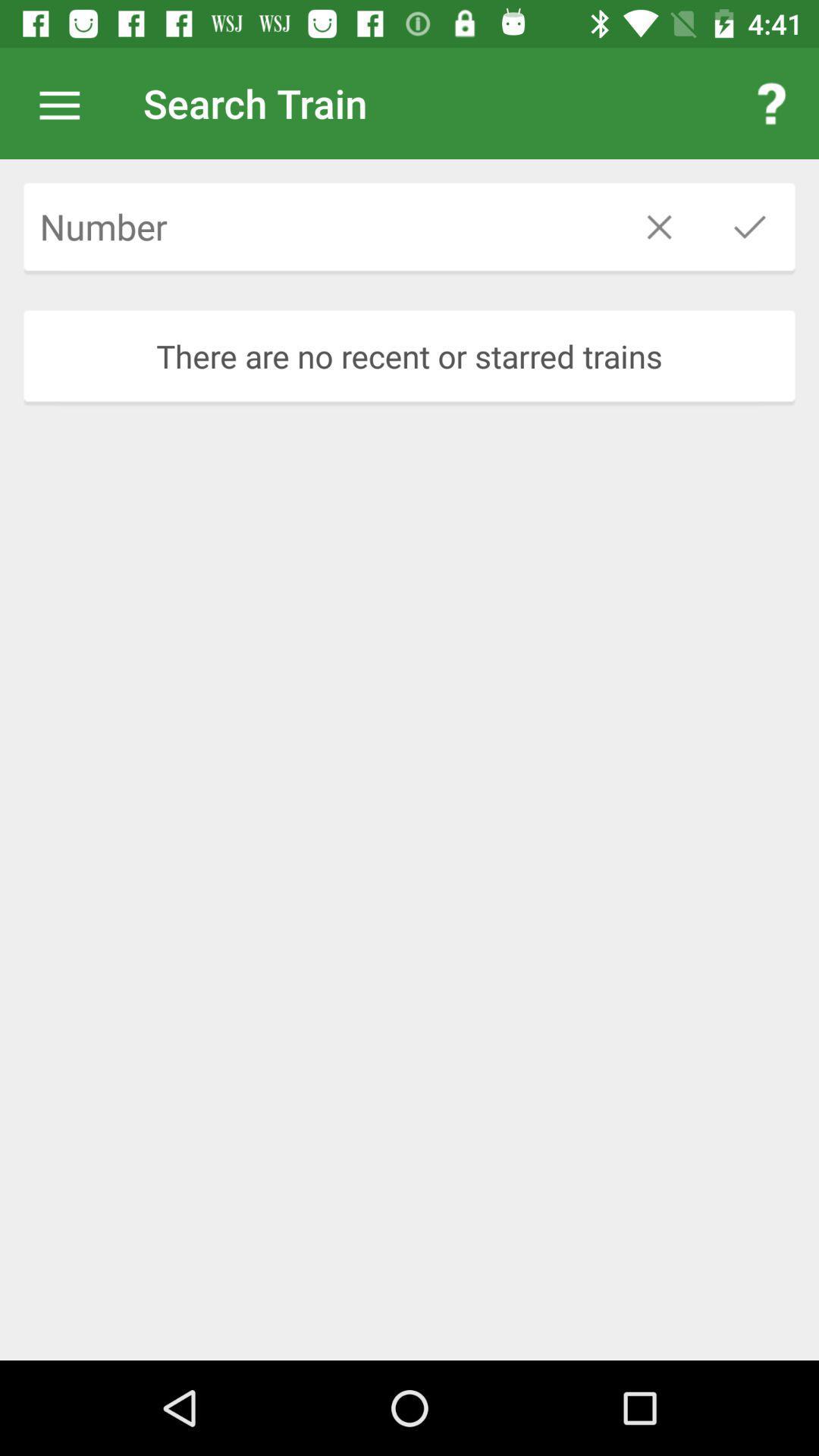 The width and height of the screenshot is (819, 1456). I want to click on icon next to search train item, so click(771, 102).